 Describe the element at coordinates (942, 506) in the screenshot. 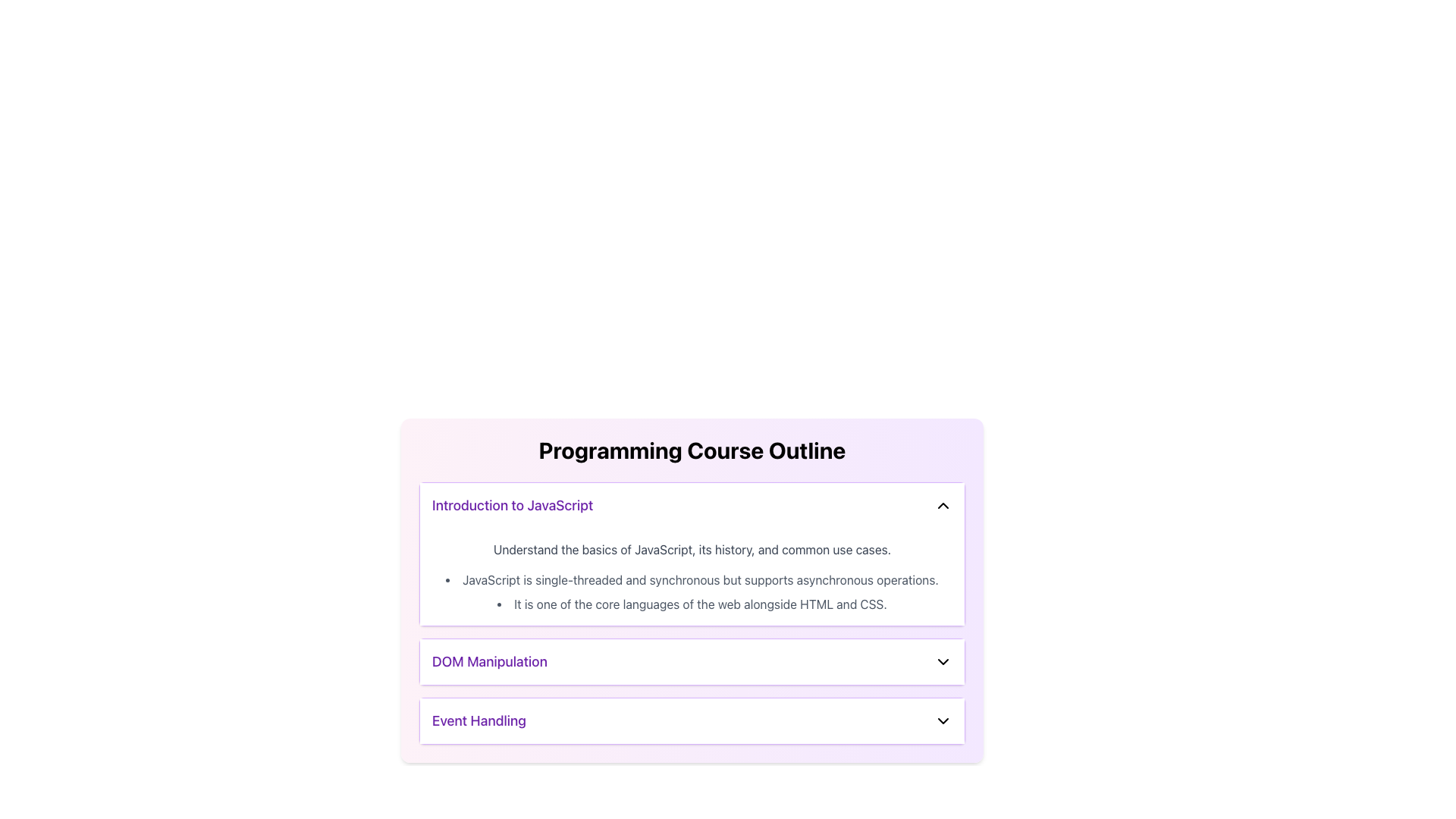

I see `the chevron icon located in the top right corner of the 'Introduction to JavaScript' section` at that location.